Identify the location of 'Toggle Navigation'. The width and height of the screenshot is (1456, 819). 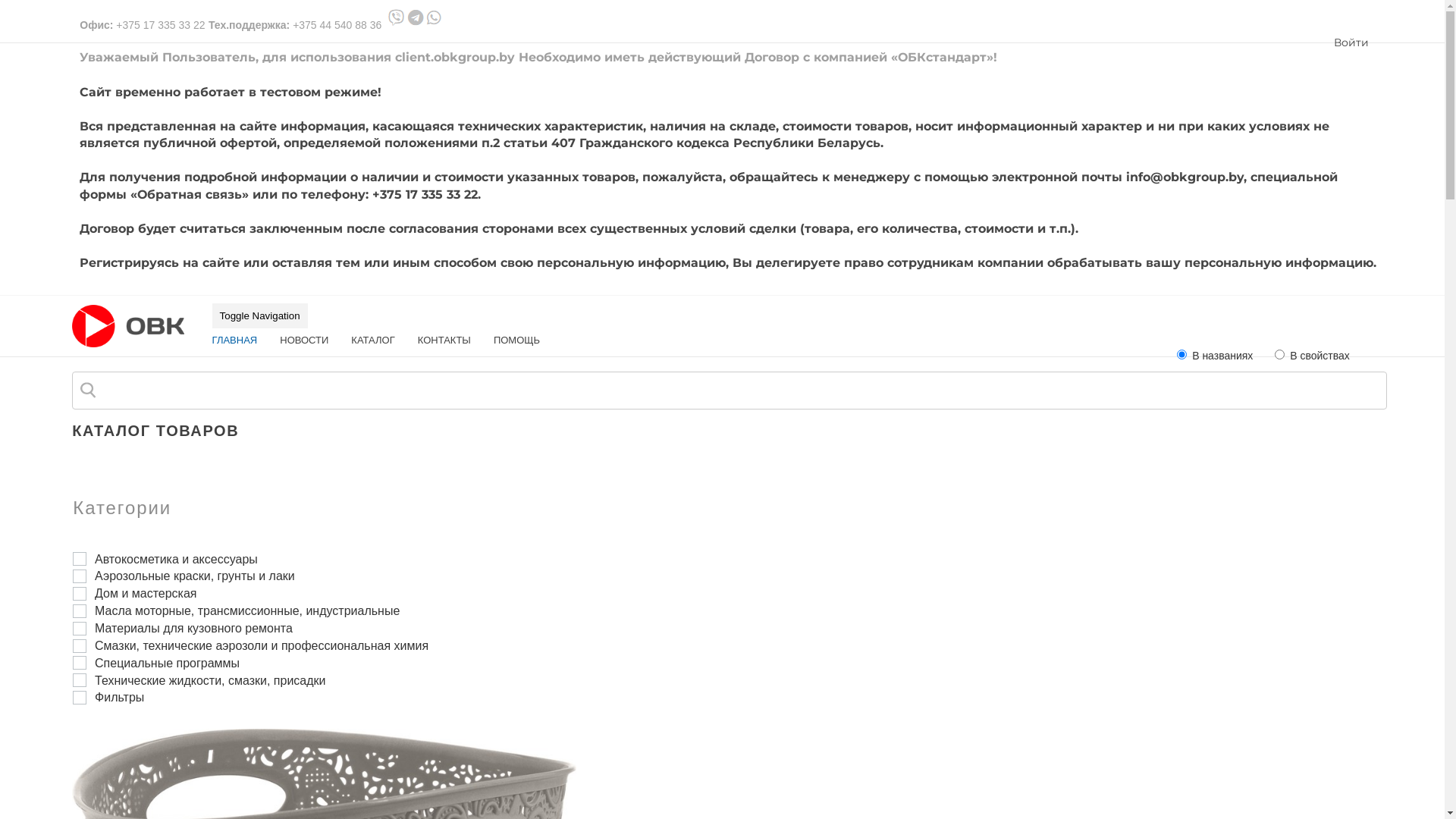
(259, 315).